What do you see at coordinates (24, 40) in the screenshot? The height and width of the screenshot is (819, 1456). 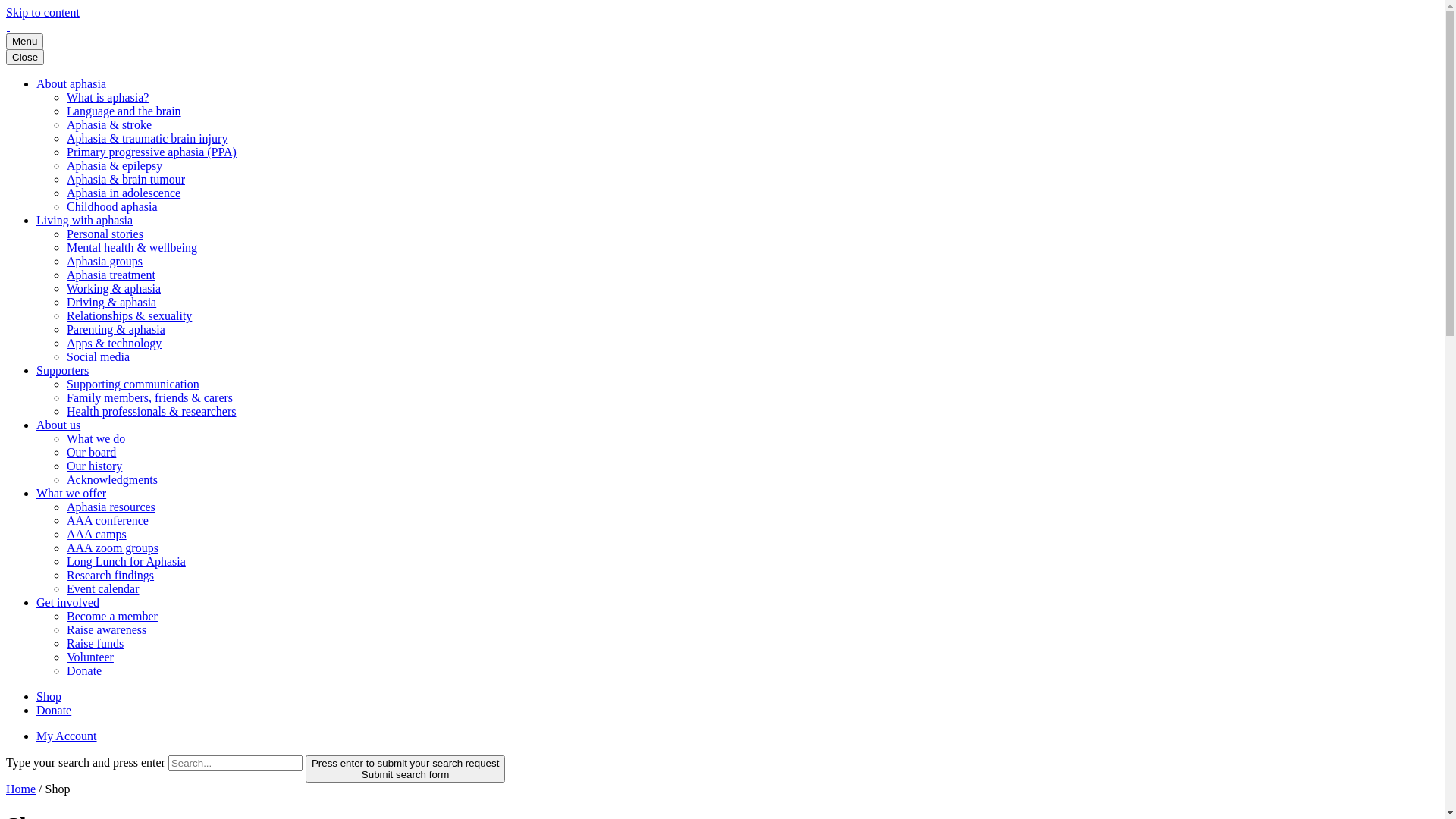 I see `'Menu'` at bounding box center [24, 40].